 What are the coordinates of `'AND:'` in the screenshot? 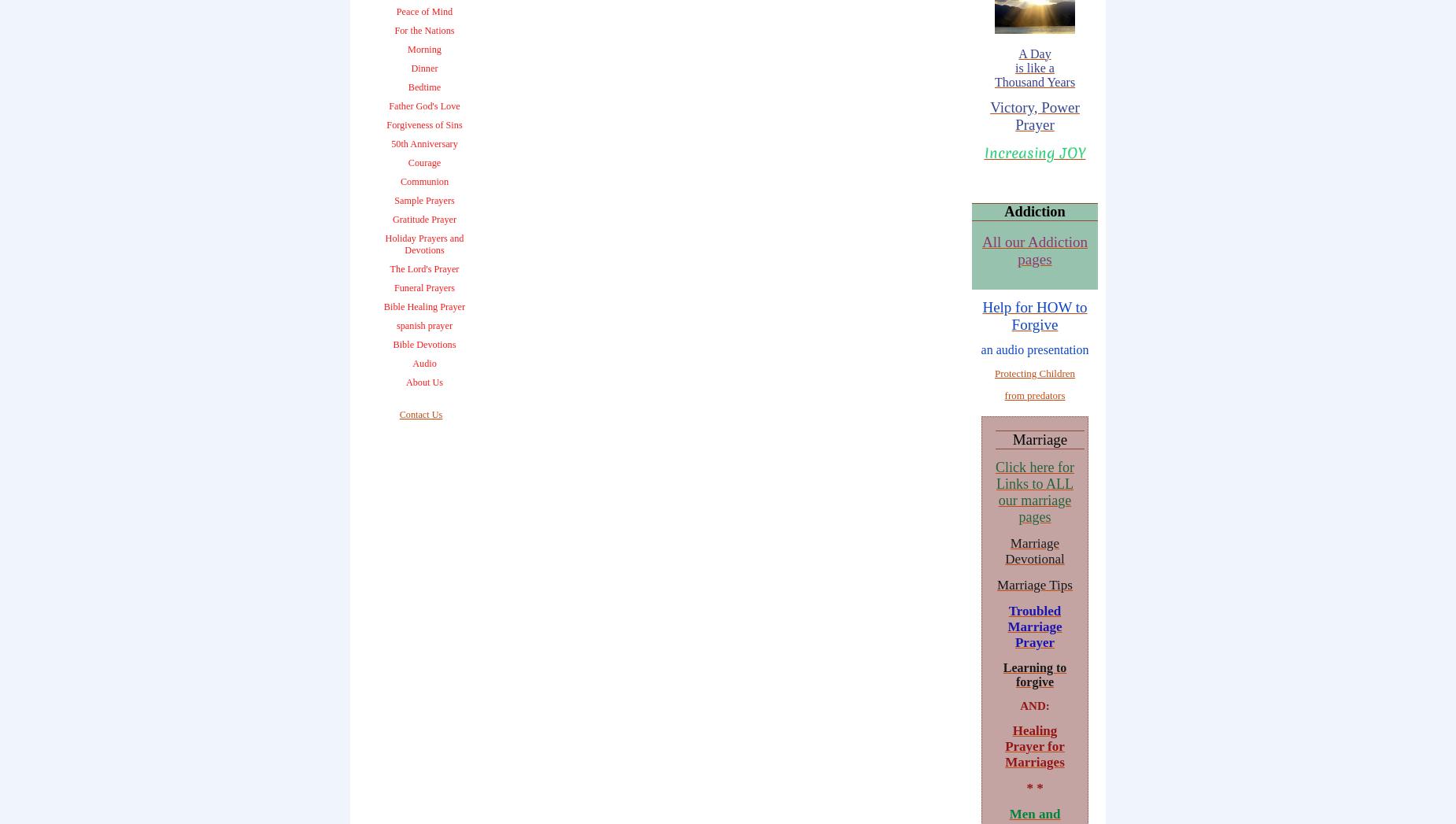 It's located at (1033, 704).